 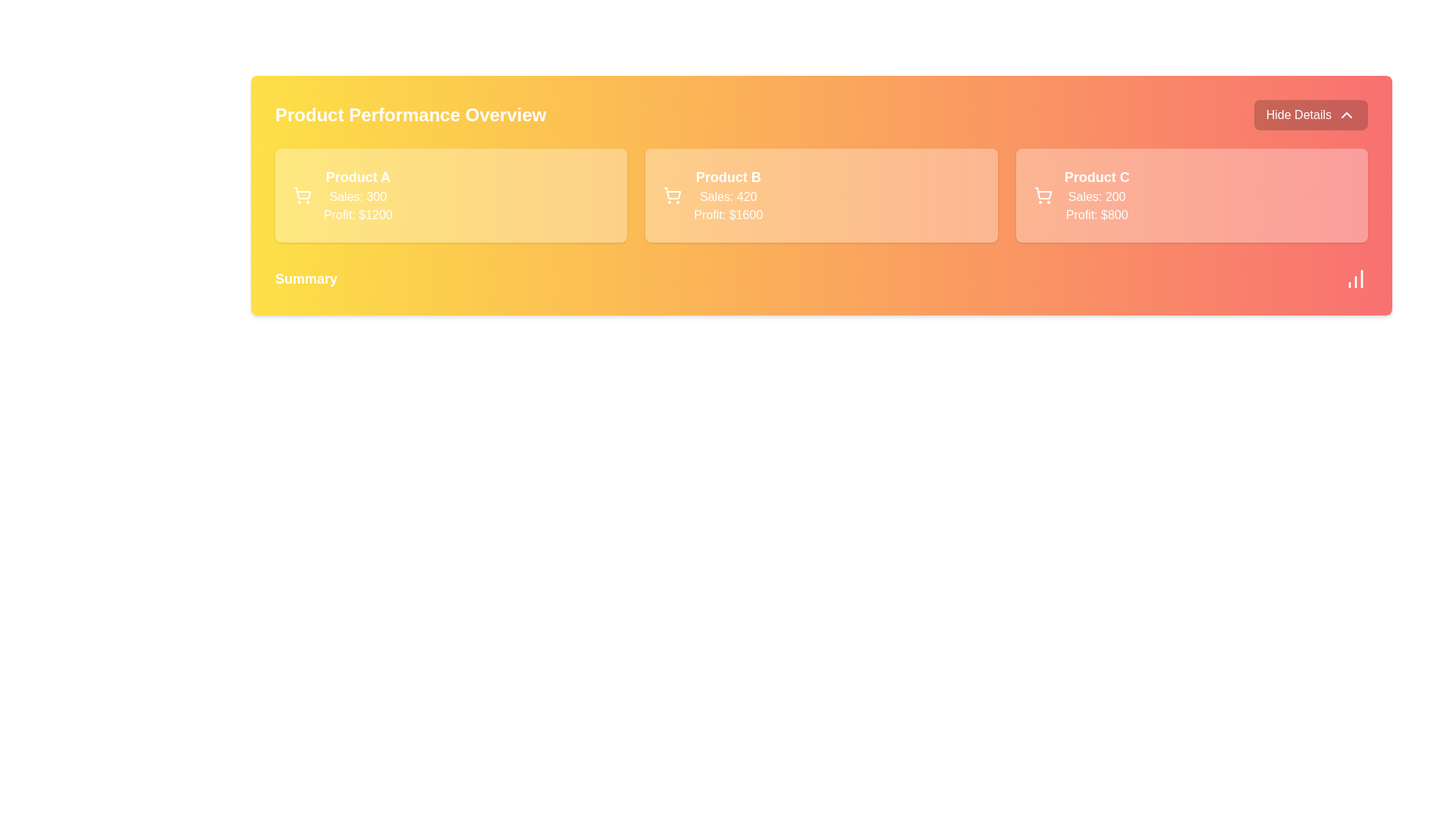 I want to click on the icon located at the bottom-right corner of the 'Summary' section to interact with it, so click(x=1356, y=278).